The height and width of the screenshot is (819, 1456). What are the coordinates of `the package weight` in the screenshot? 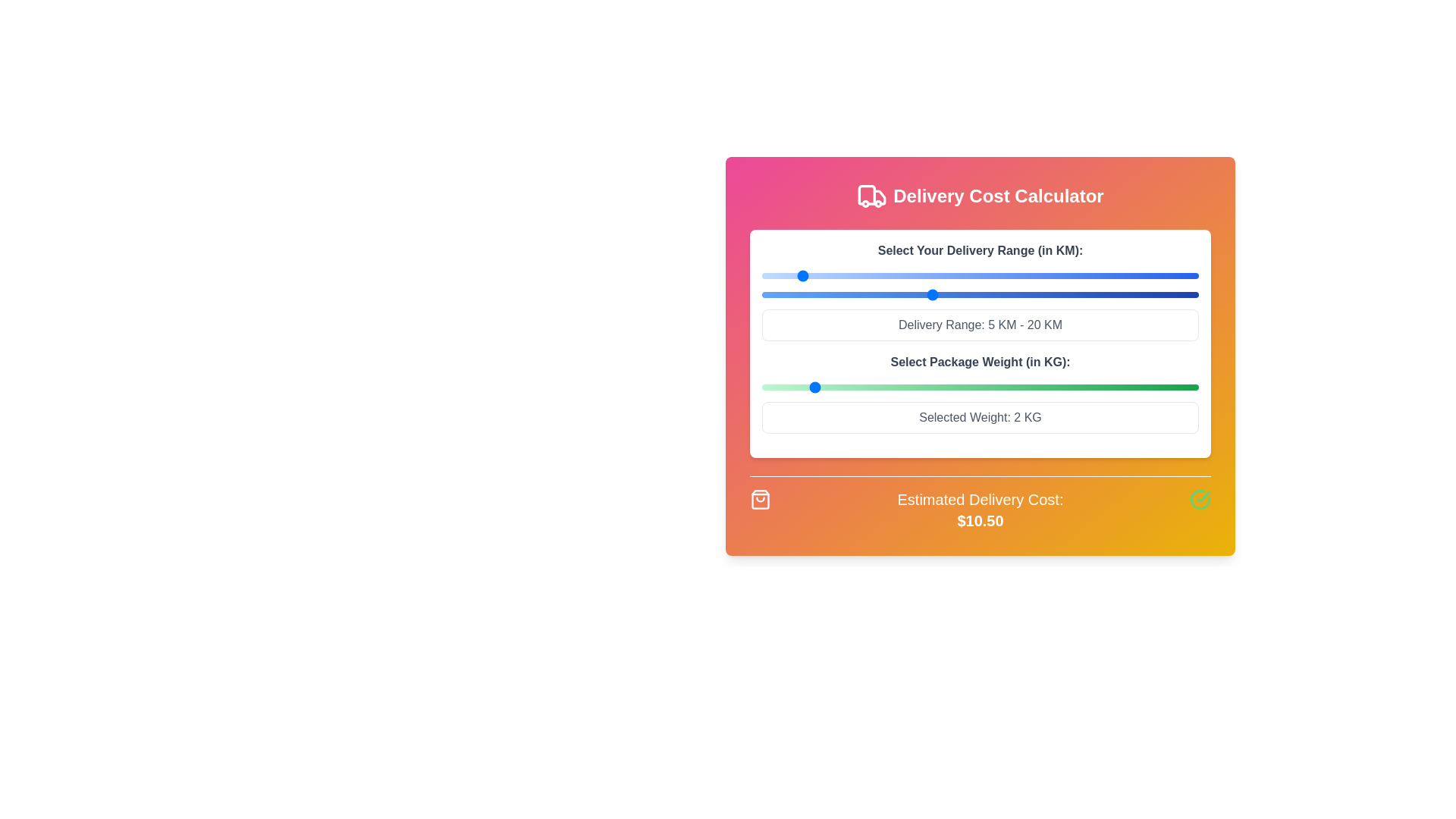 It's located at (955, 386).